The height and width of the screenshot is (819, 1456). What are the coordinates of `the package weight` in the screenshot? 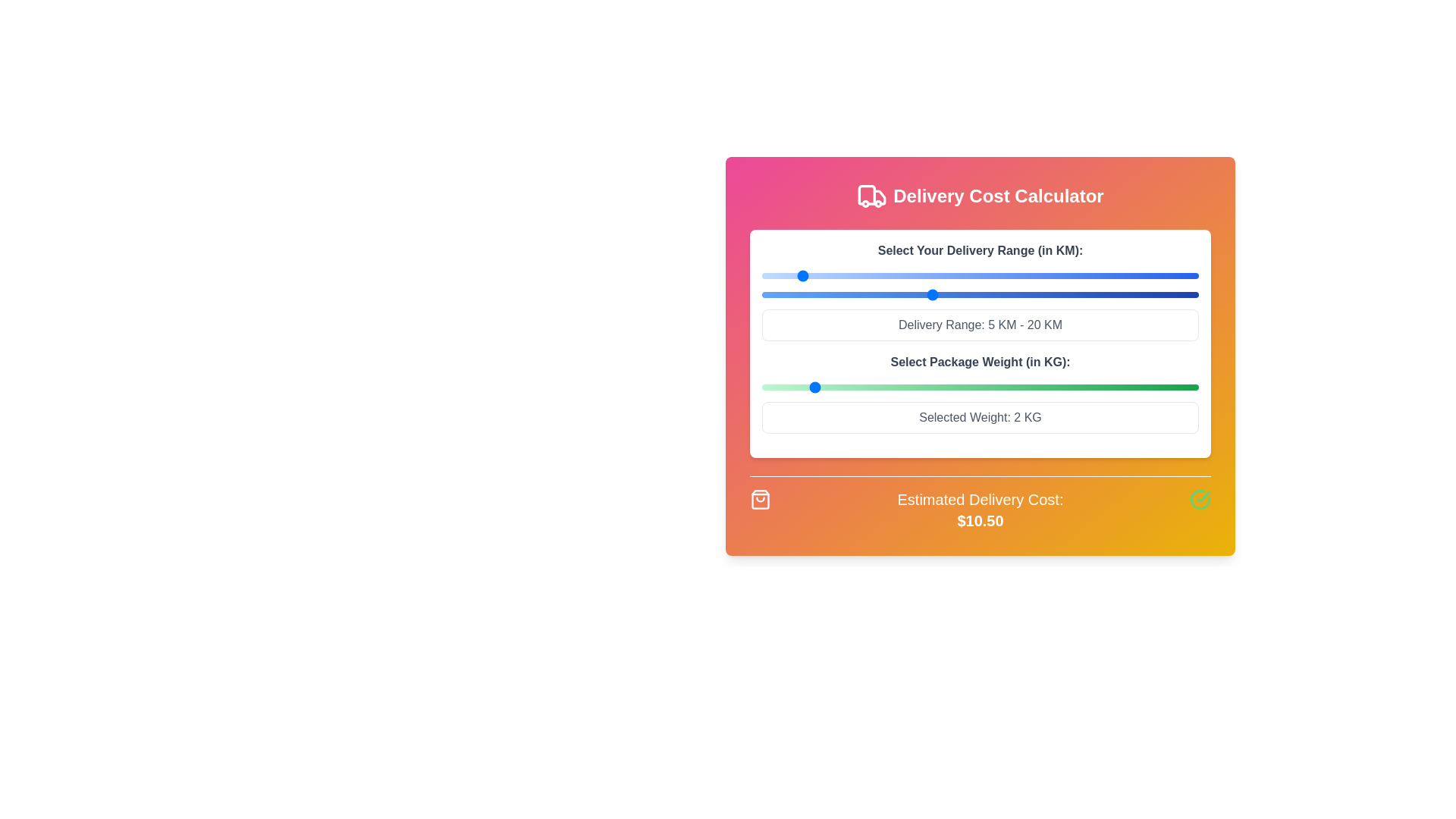 It's located at (955, 386).